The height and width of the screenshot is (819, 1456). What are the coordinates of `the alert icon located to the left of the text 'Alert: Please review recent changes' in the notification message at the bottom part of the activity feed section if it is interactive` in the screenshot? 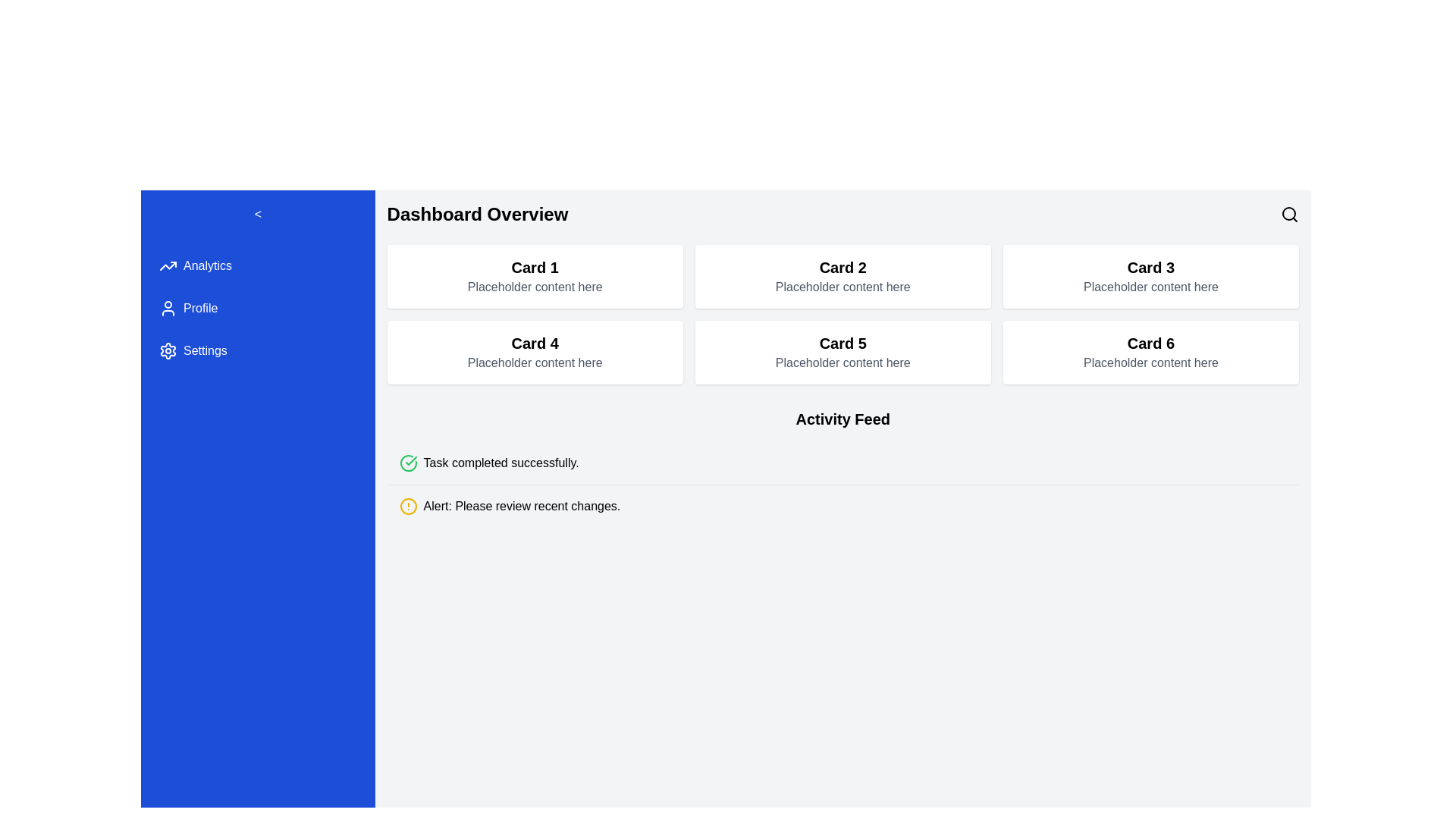 It's located at (408, 506).